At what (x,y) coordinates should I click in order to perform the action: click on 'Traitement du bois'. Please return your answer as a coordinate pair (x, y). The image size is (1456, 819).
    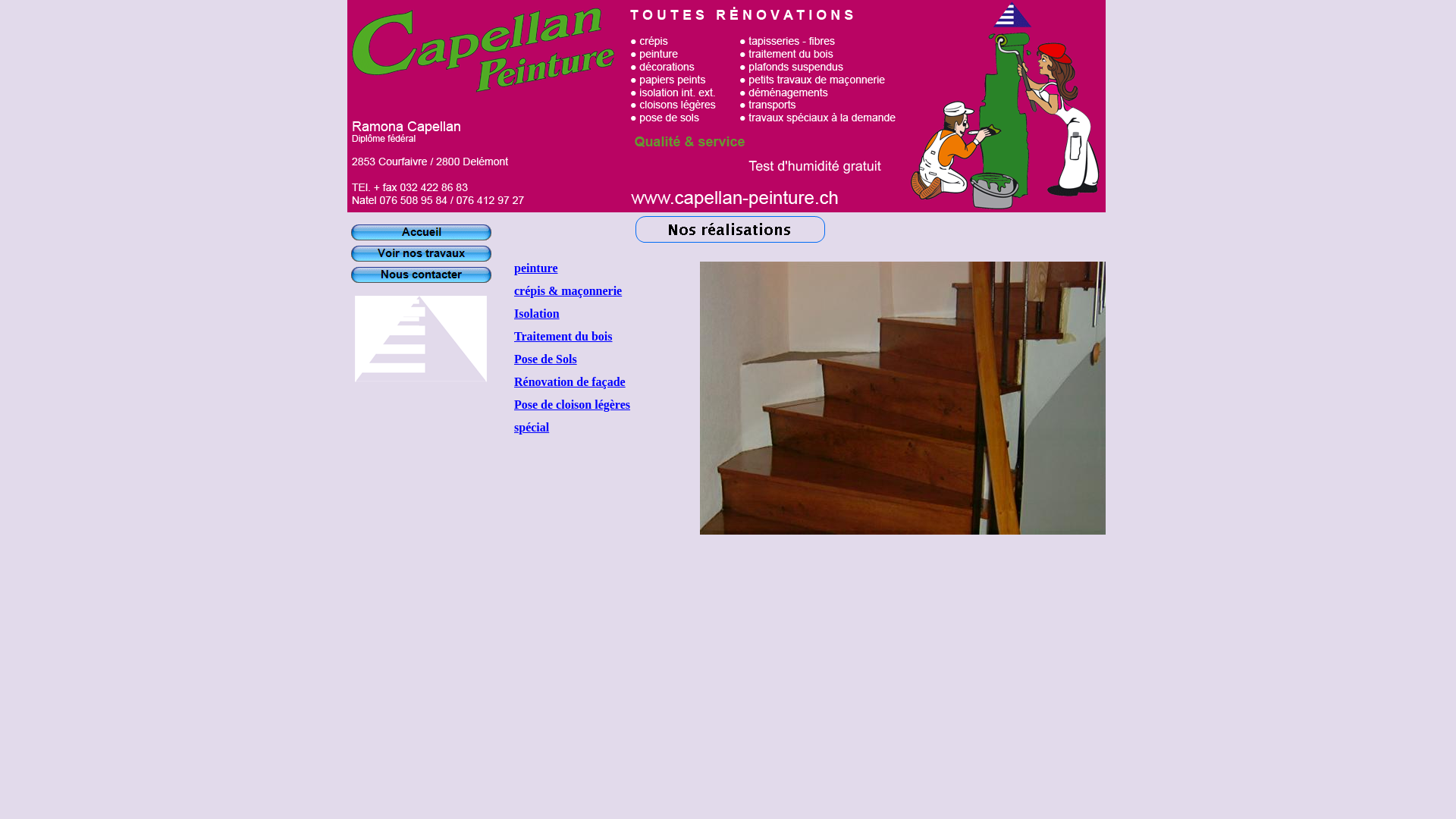
    Looking at the image, I should click on (513, 335).